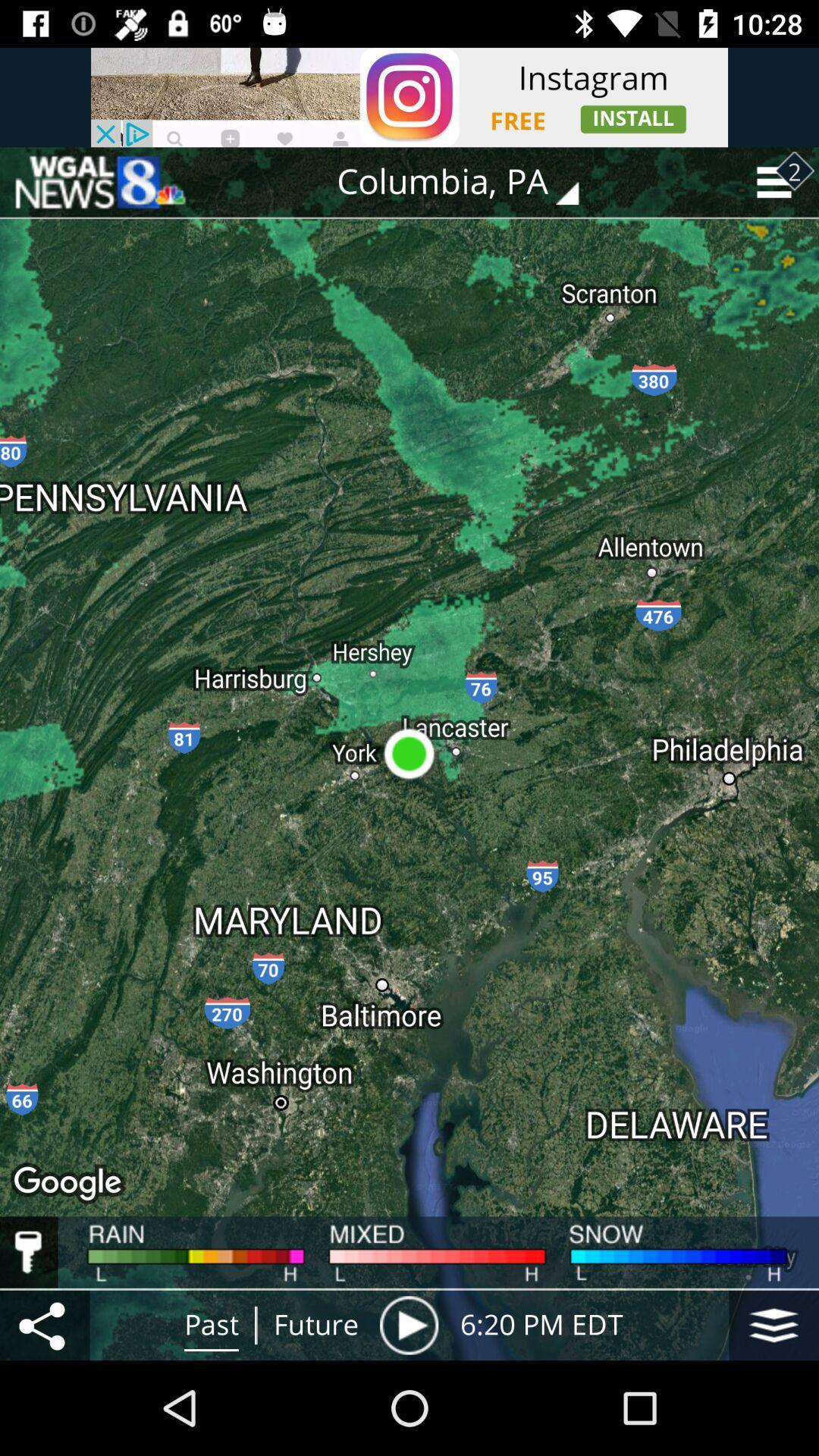 This screenshot has height=1456, width=819. What do you see at coordinates (773, 1324) in the screenshot?
I see `the layers icon` at bounding box center [773, 1324].